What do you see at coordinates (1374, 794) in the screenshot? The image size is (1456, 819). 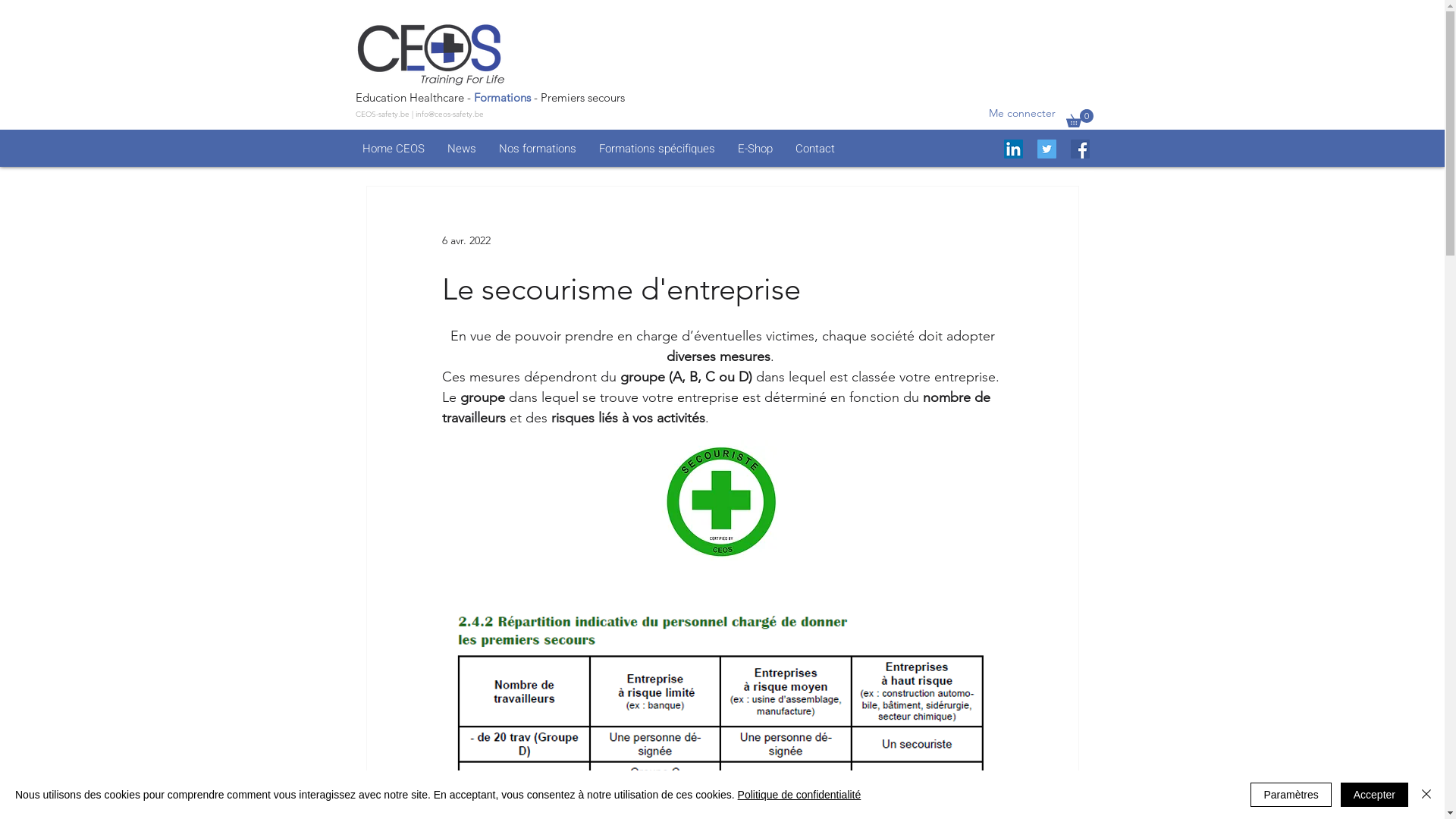 I see `'Accepter'` at bounding box center [1374, 794].